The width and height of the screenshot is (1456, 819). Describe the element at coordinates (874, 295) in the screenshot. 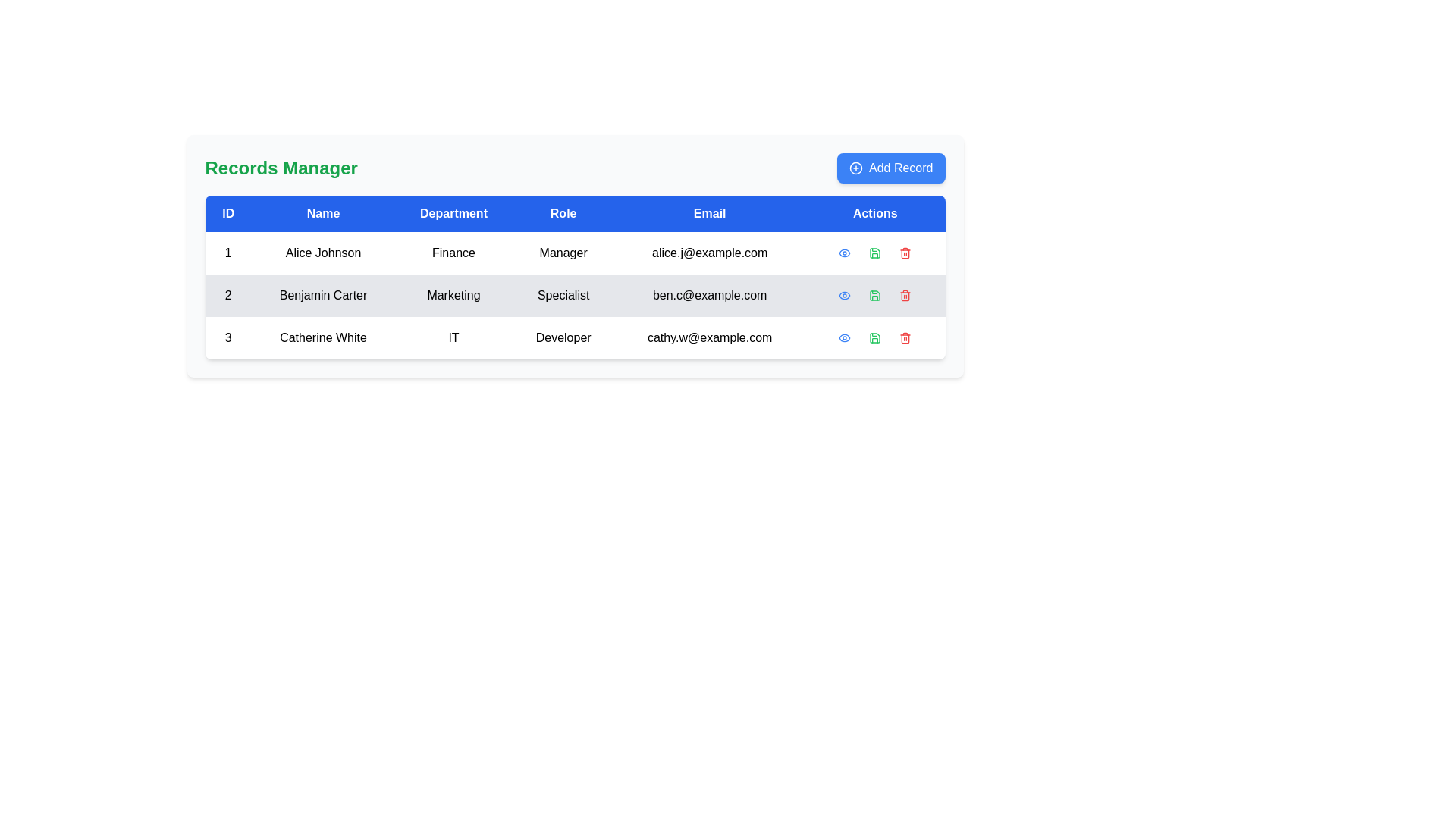

I see `the save icon button located in the 'Actions' column of the second row in the tabular layout` at that location.